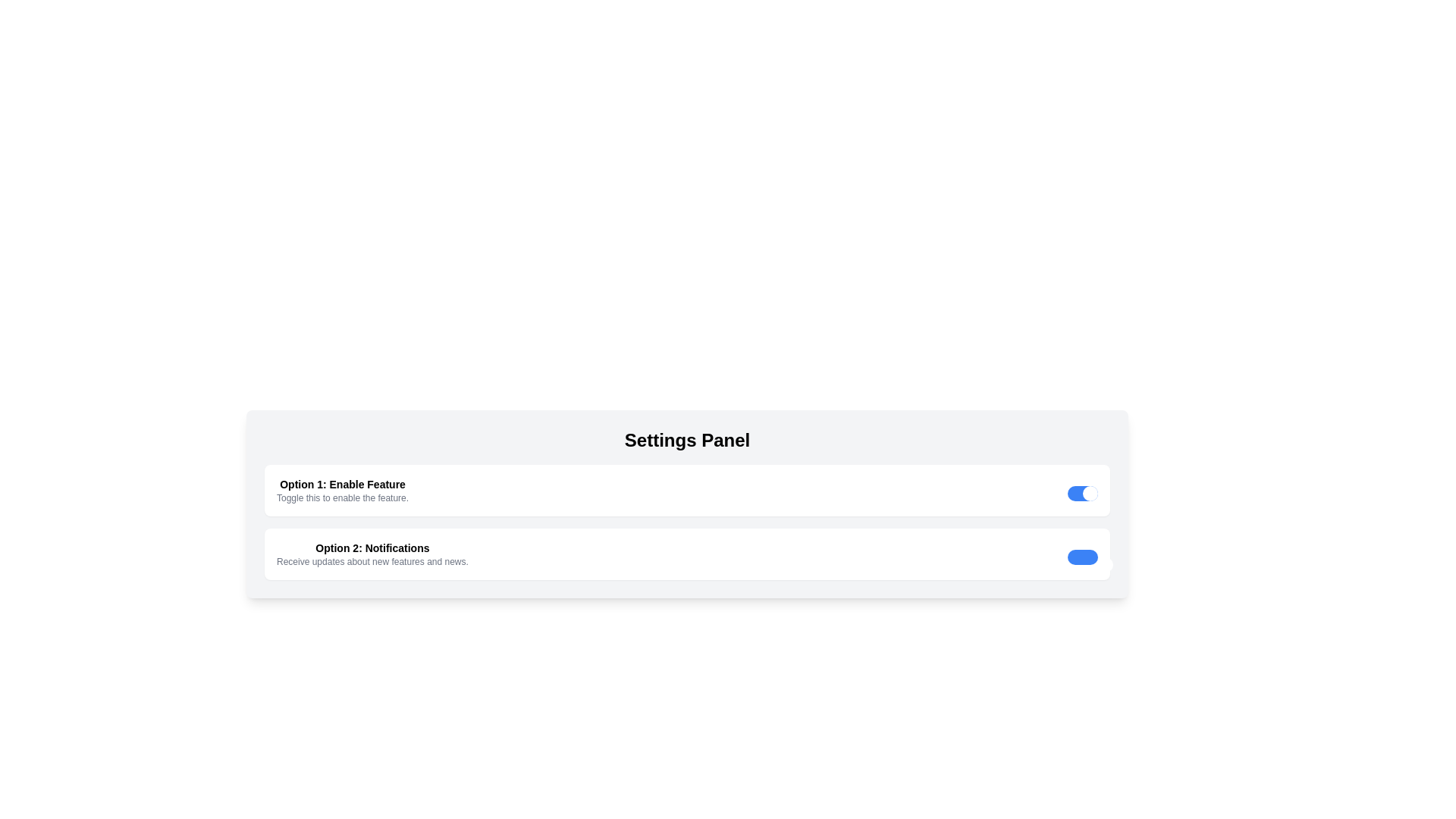 The height and width of the screenshot is (819, 1456). I want to click on the right-hand circular knob of the toggle switch, which is a small white circular component on a blue background, so click(1090, 494).